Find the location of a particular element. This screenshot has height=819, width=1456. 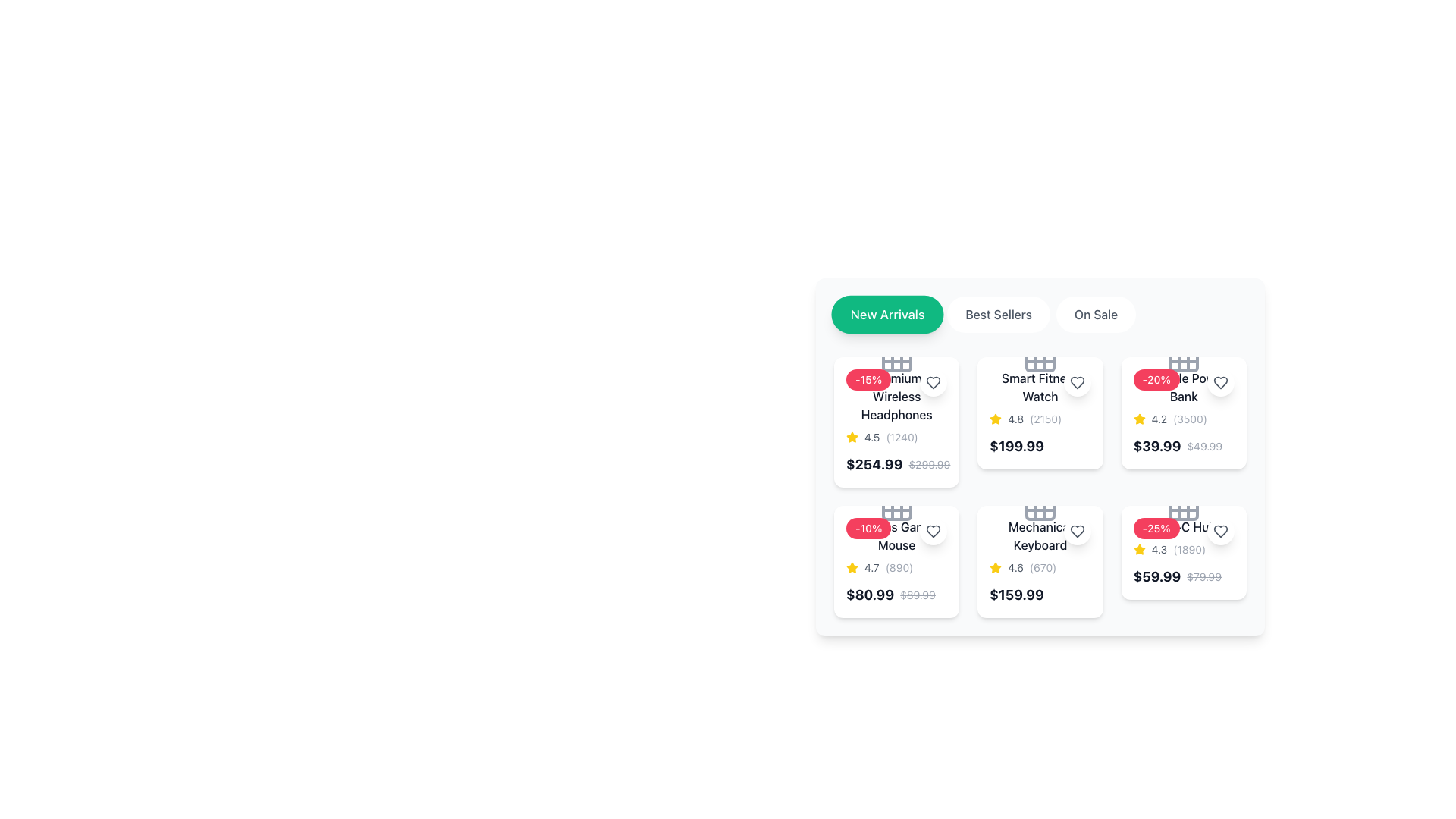

the heart icon within the rounded rectangle button of the 'Mechanical Keyboard' product card, which is the fifth card in the grid is located at coordinates (1076, 531).